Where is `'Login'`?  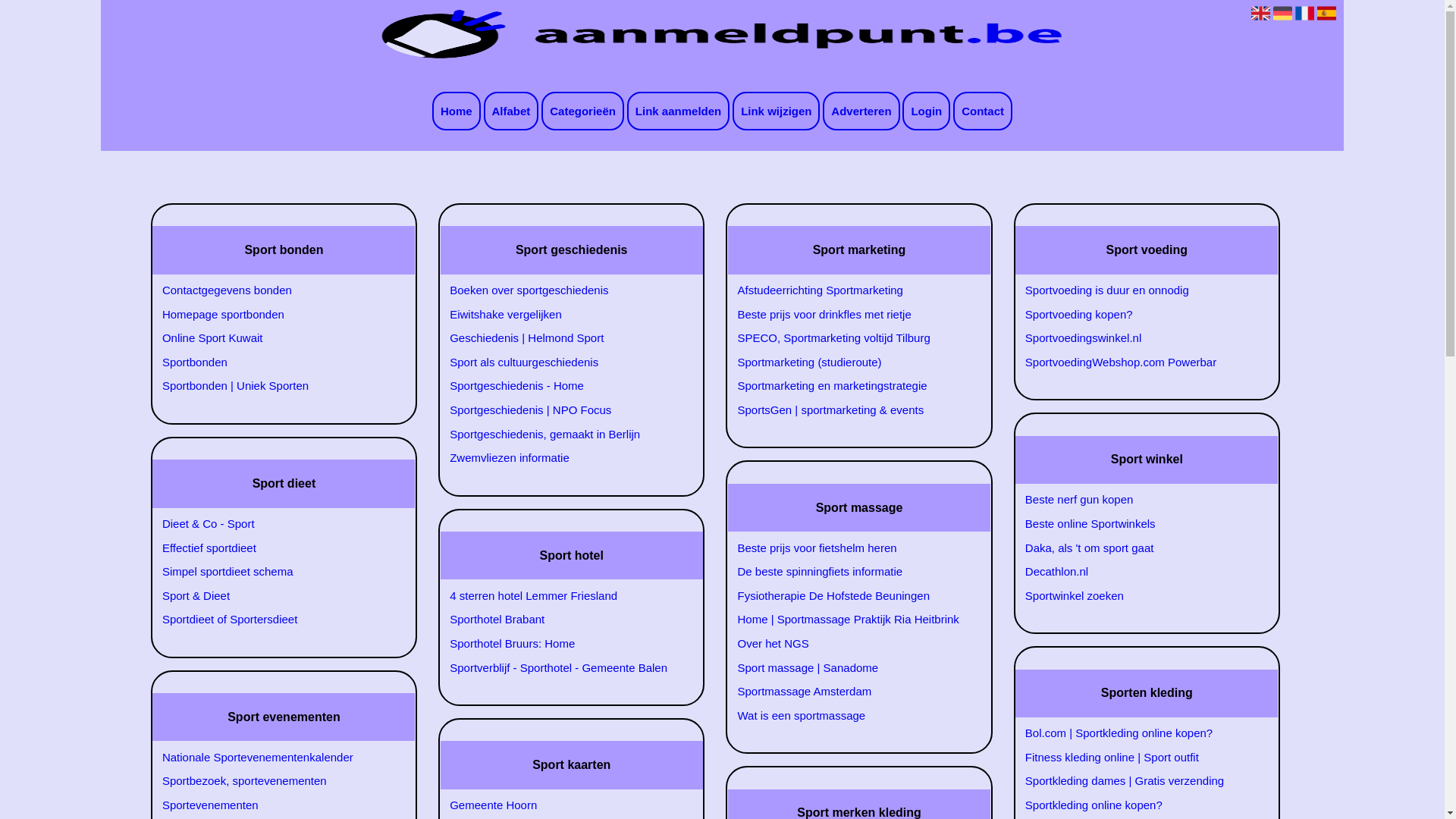 'Login' is located at coordinates (925, 110).